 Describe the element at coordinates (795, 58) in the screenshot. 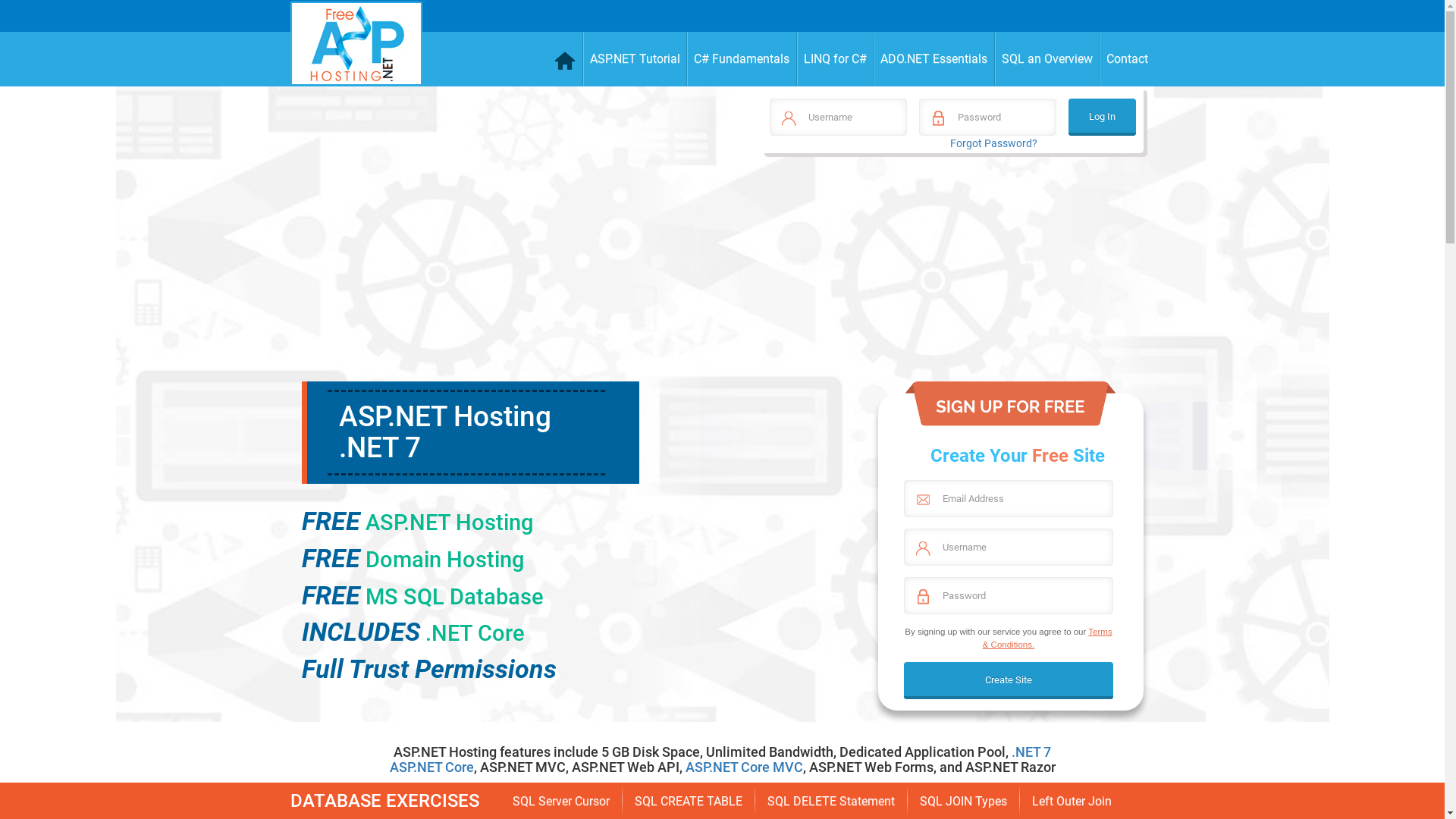

I see `'LINQ for C#'` at that location.